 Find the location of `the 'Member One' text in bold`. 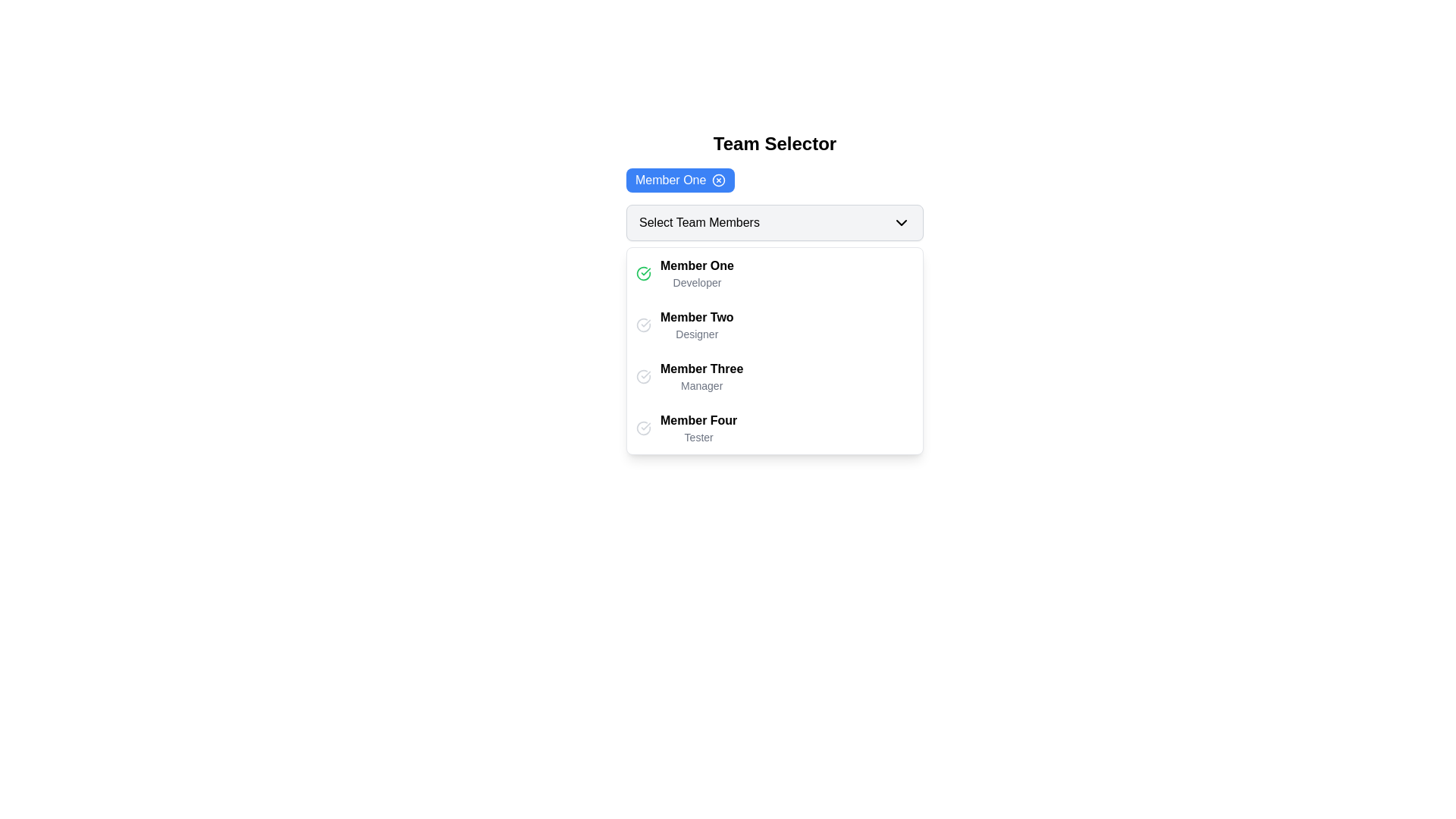

the 'Member One' text in bold is located at coordinates (696, 274).